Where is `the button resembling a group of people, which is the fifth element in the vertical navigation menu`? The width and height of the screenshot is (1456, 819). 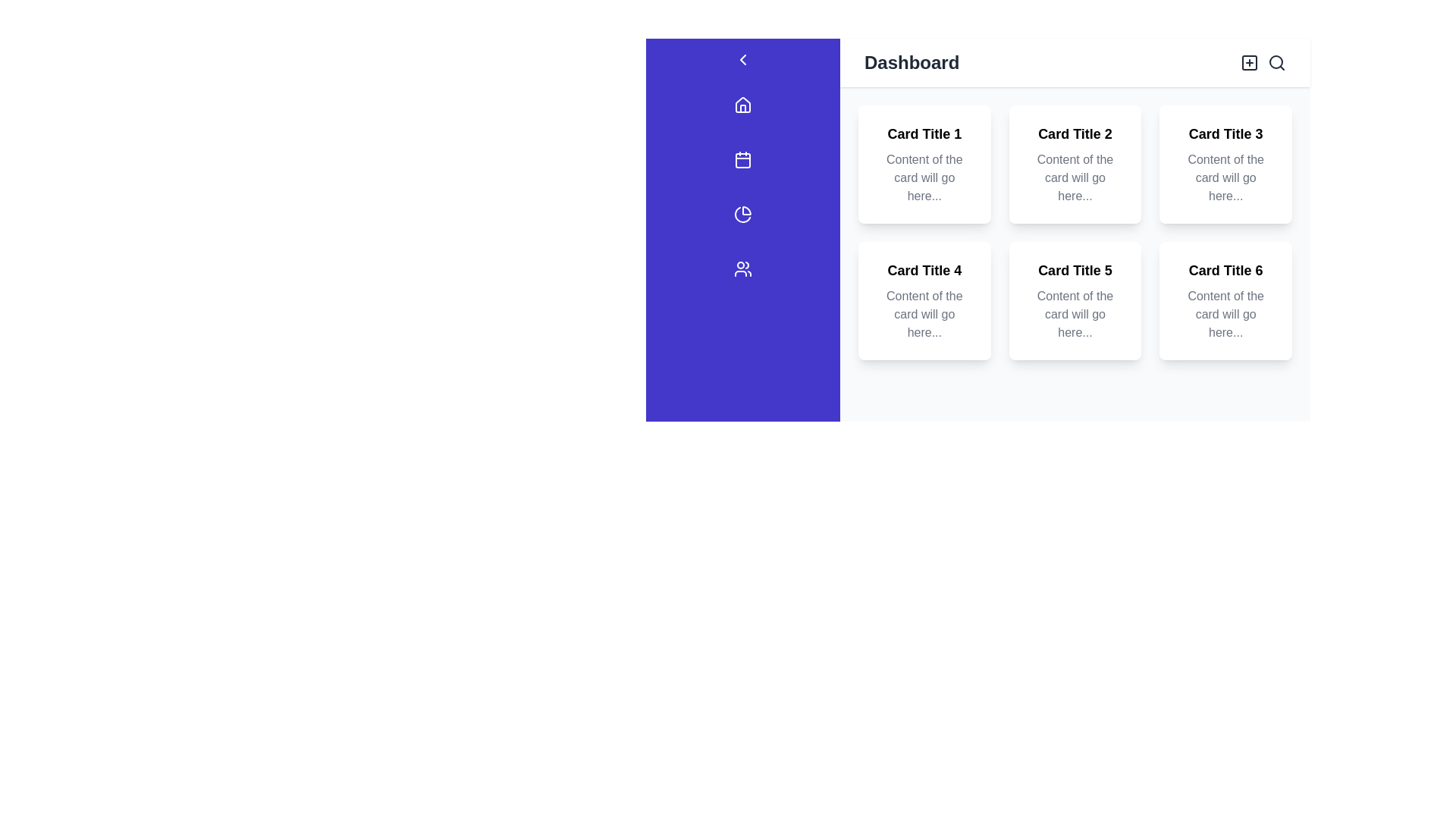
the button resembling a group of people, which is the fifth element in the vertical navigation menu is located at coordinates (742, 271).